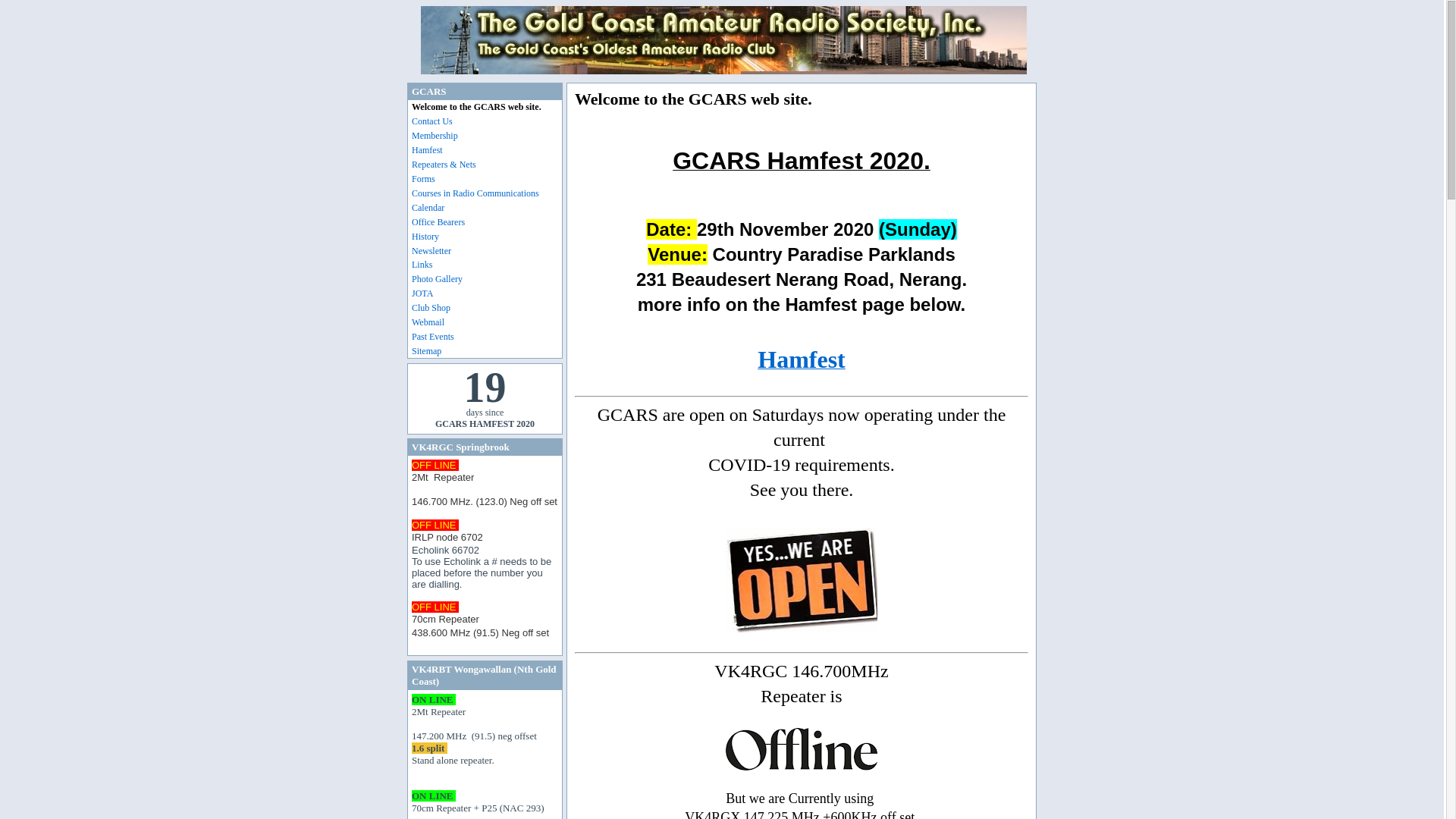 This screenshot has height=819, width=1456. I want to click on 'JOTA', so click(487, 294).